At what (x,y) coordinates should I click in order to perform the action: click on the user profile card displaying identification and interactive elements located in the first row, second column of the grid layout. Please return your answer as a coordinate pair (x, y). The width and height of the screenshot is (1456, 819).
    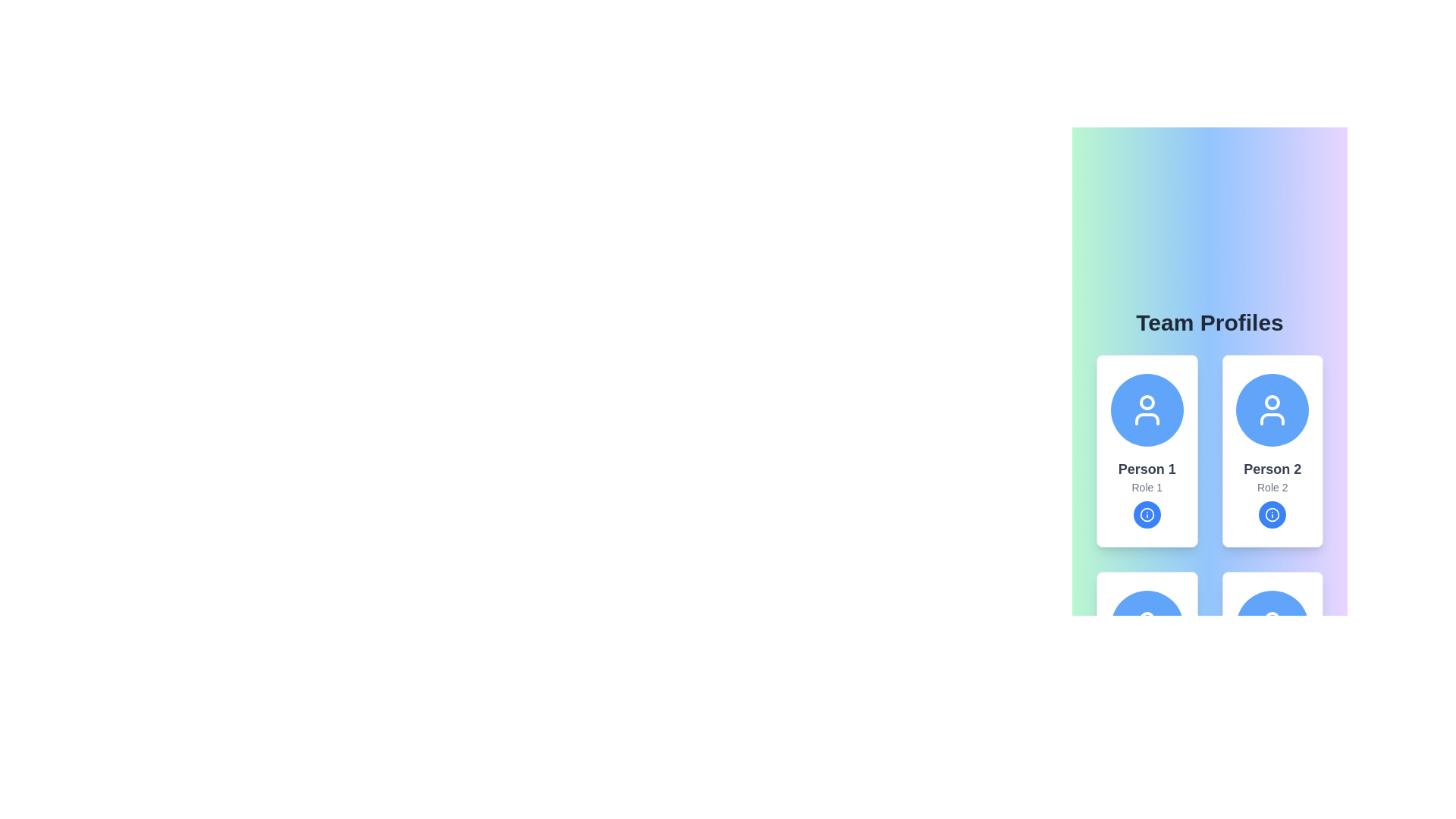
    Looking at the image, I should click on (1272, 450).